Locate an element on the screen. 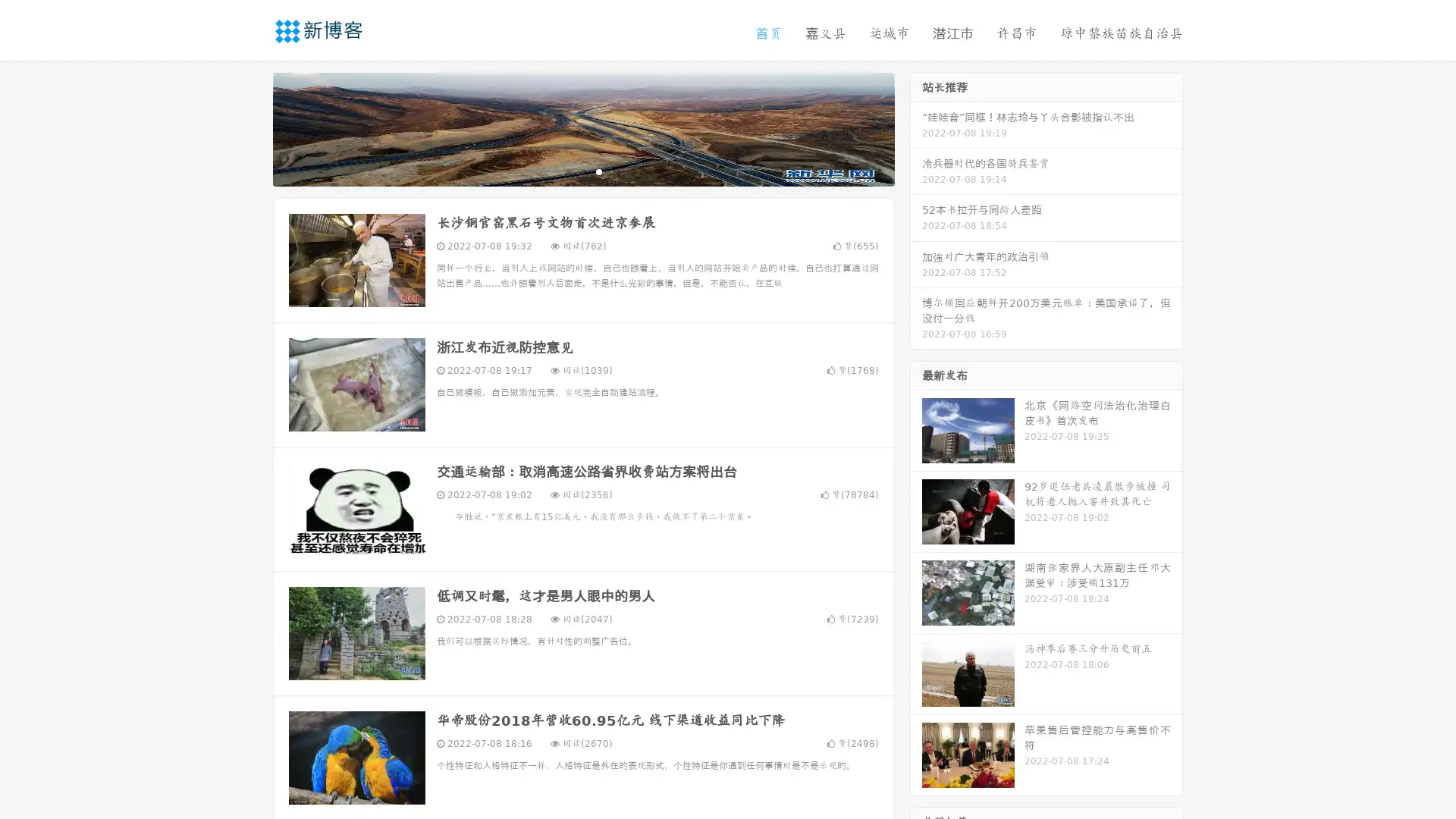 Image resolution: width=1456 pixels, height=819 pixels. Previous slide is located at coordinates (250, 127).